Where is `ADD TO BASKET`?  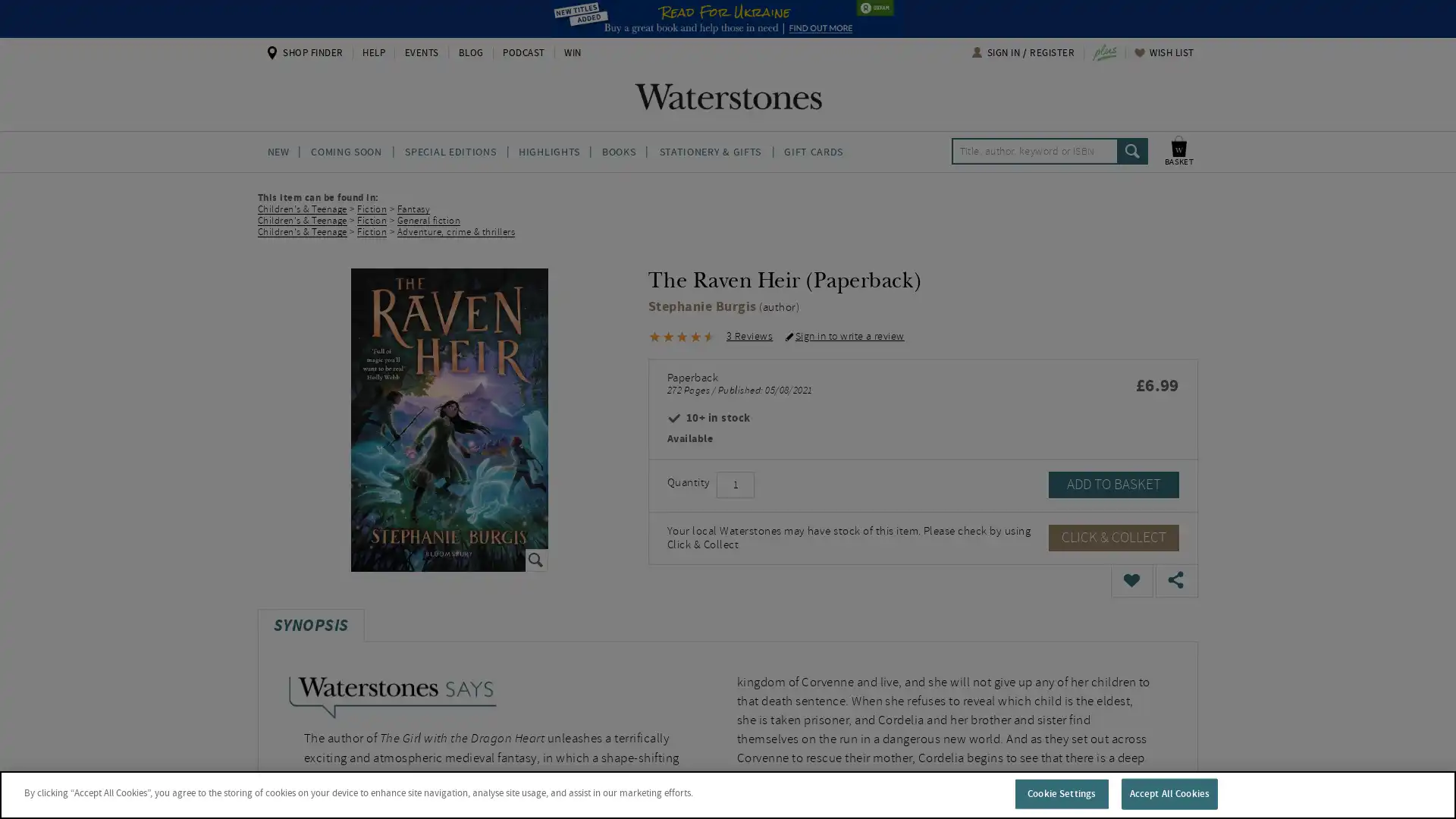 ADD TO BASKET is located at coordinates (1113, 485).